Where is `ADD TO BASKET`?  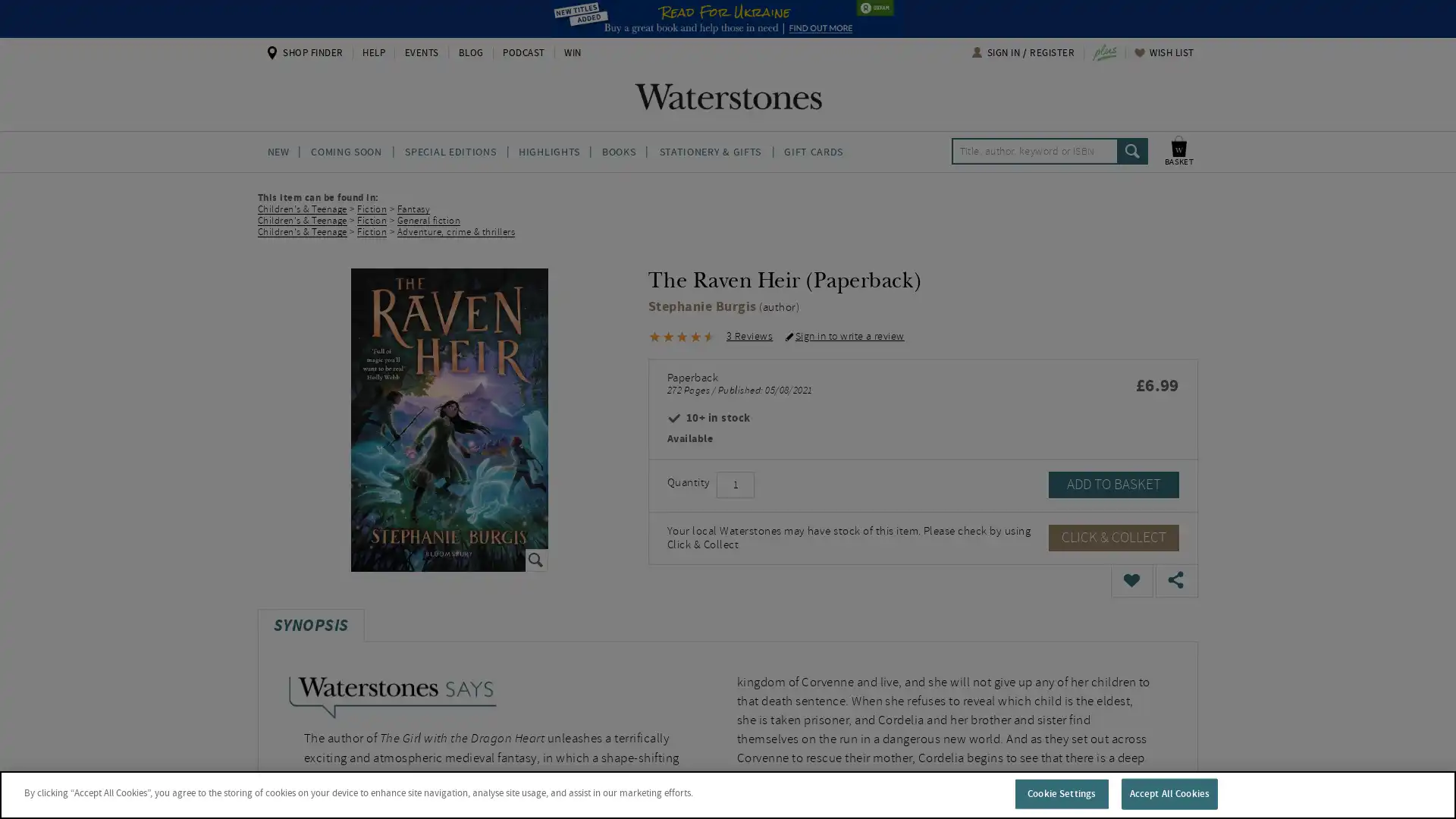 ADD TO BASKET is located at coordinates (1113, 485).